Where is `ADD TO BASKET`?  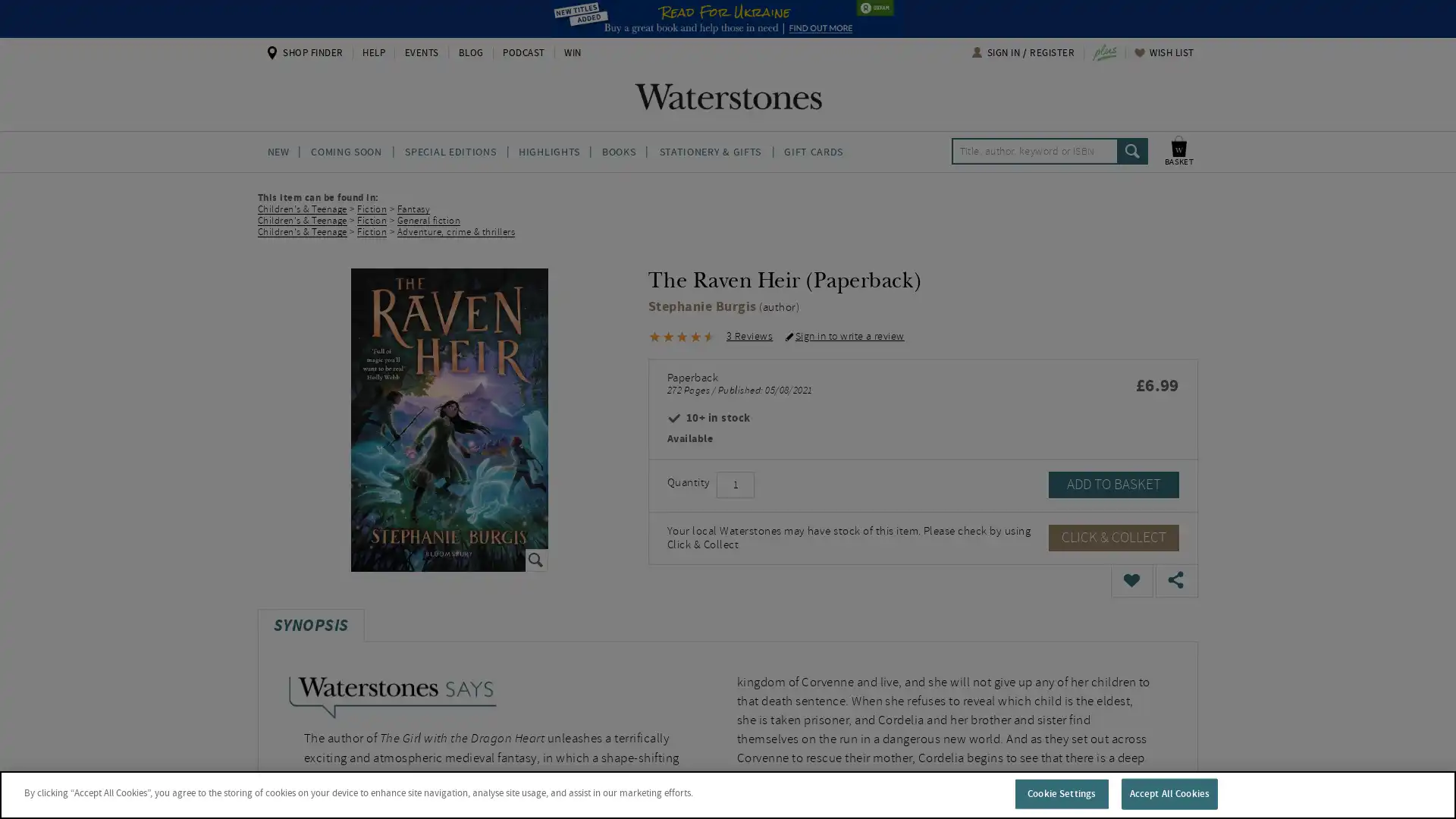 ADD TO BASKET is located at coordinates (1113, 485).